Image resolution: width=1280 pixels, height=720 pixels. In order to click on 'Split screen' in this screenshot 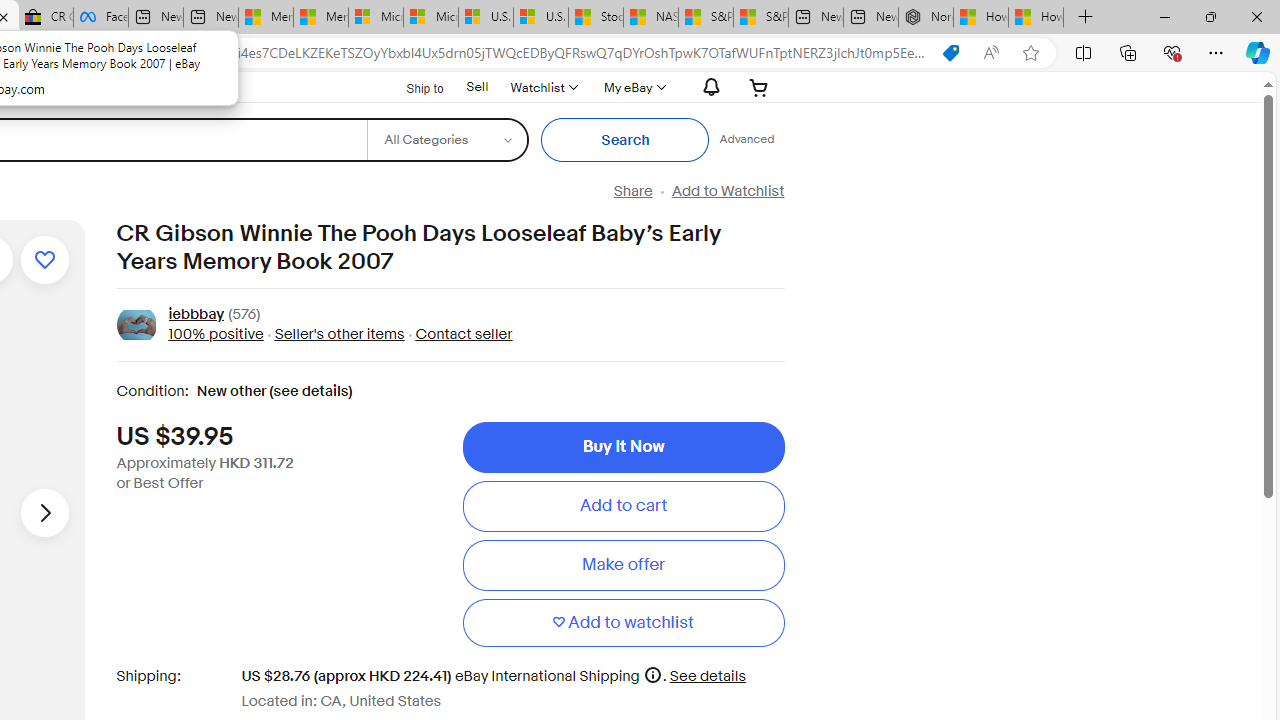, I will do `click(1082, 51)`.